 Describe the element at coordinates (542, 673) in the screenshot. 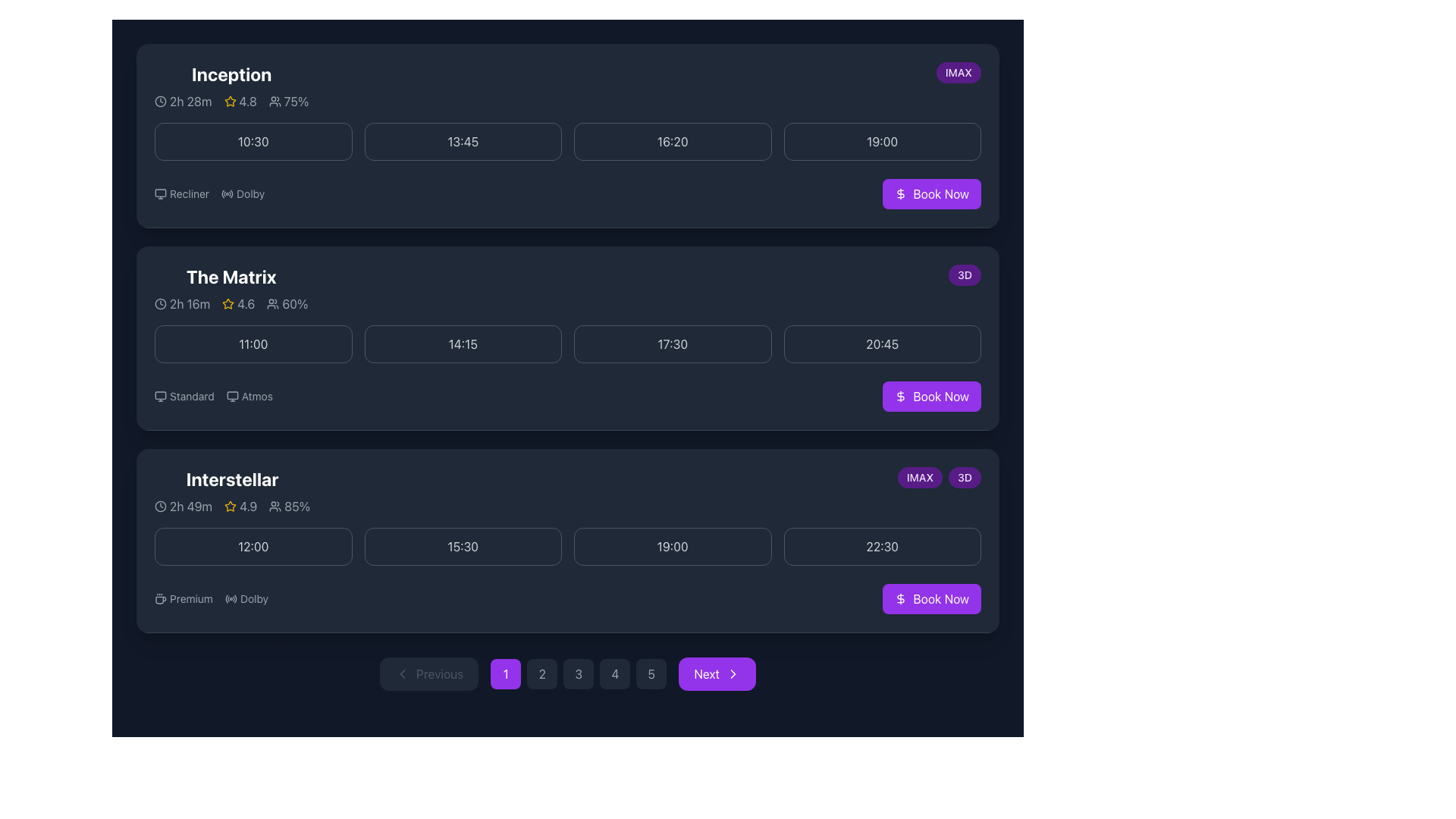

I see `the second navigational button in the pagination system located at the bottom center of the interface` at that location.